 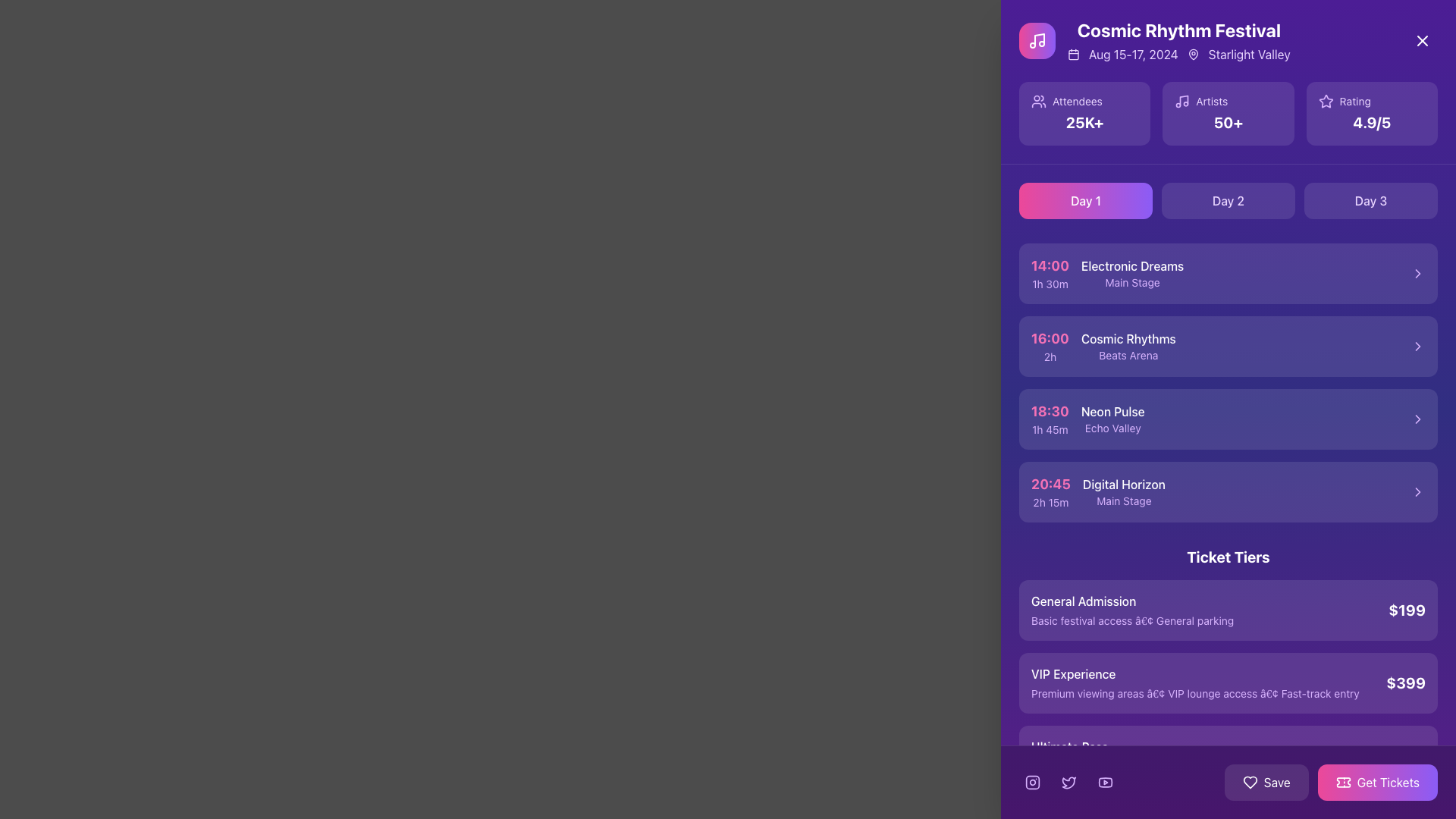 I want to click on numeric value '25K+' displayed in large, bold, white letters on a purple rectangular background under the label 'Attendees.', so click(x=1084, y=122).